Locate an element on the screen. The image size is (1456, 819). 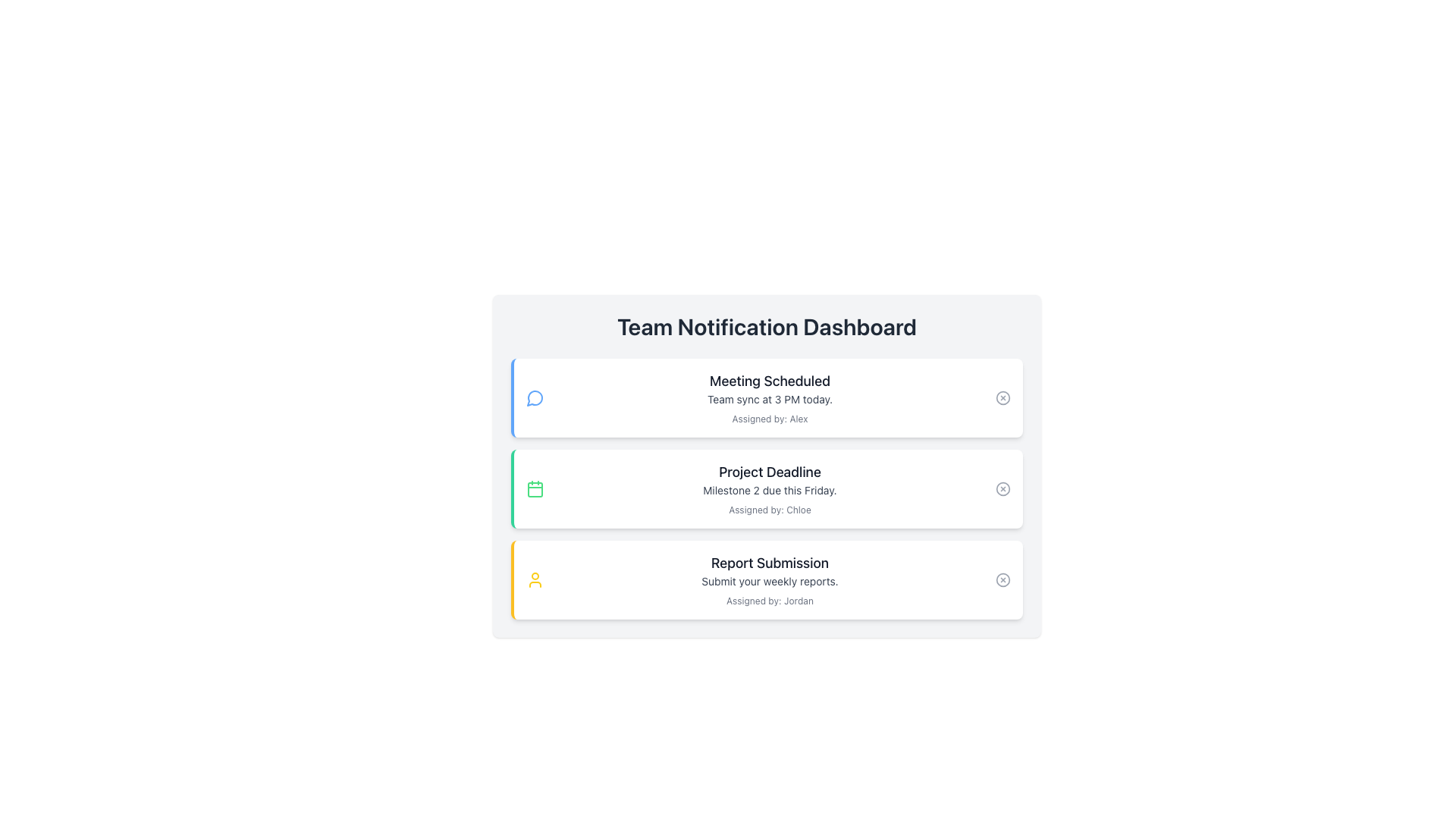
the text label 'Project Deadline', which is styled as a large, bold gray heading located in the second section of the dashboard list is located at coordinates (770, 472).